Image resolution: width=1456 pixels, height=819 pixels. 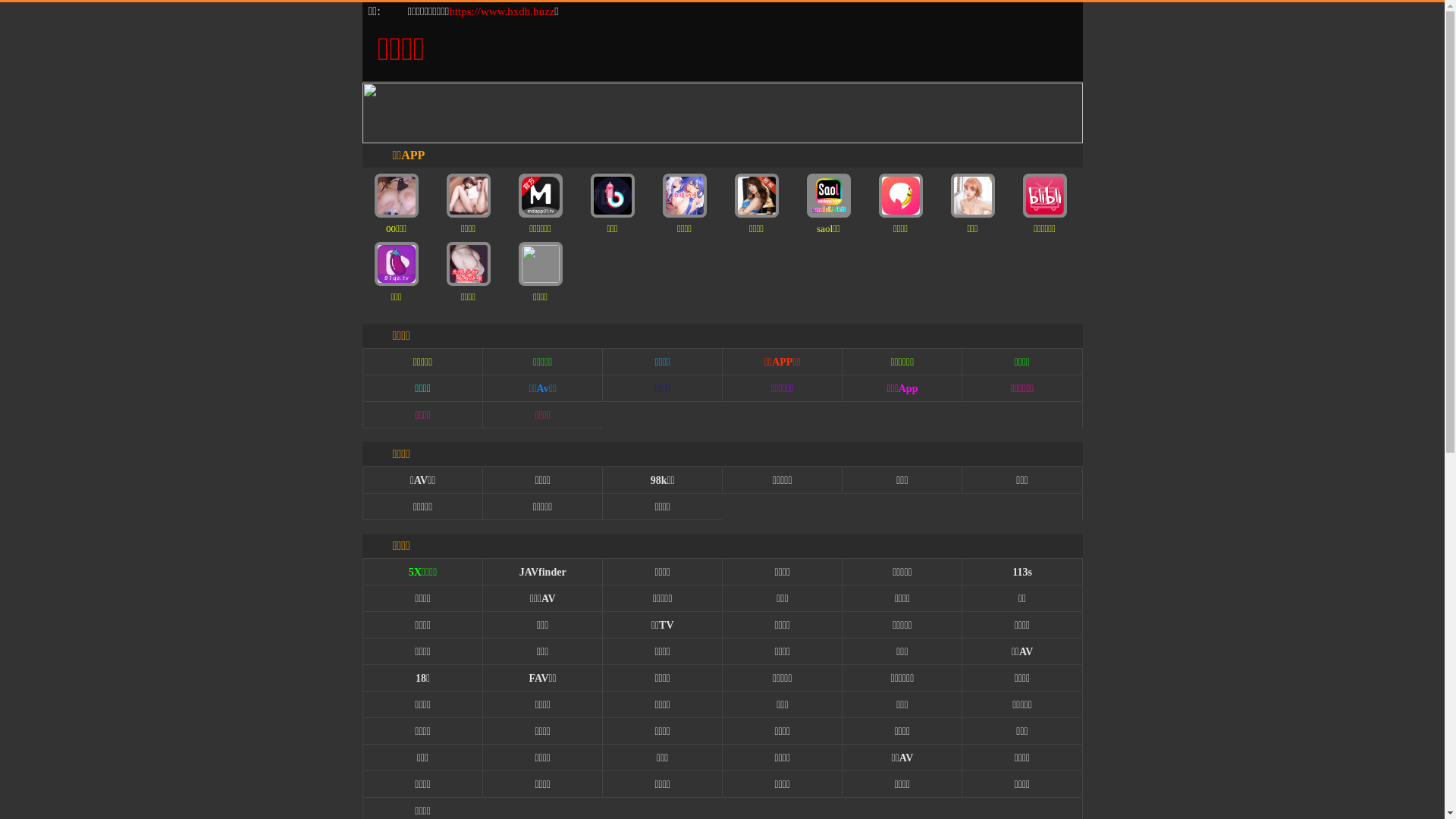 I want to click on '113s', so click(x=1021, y=572).